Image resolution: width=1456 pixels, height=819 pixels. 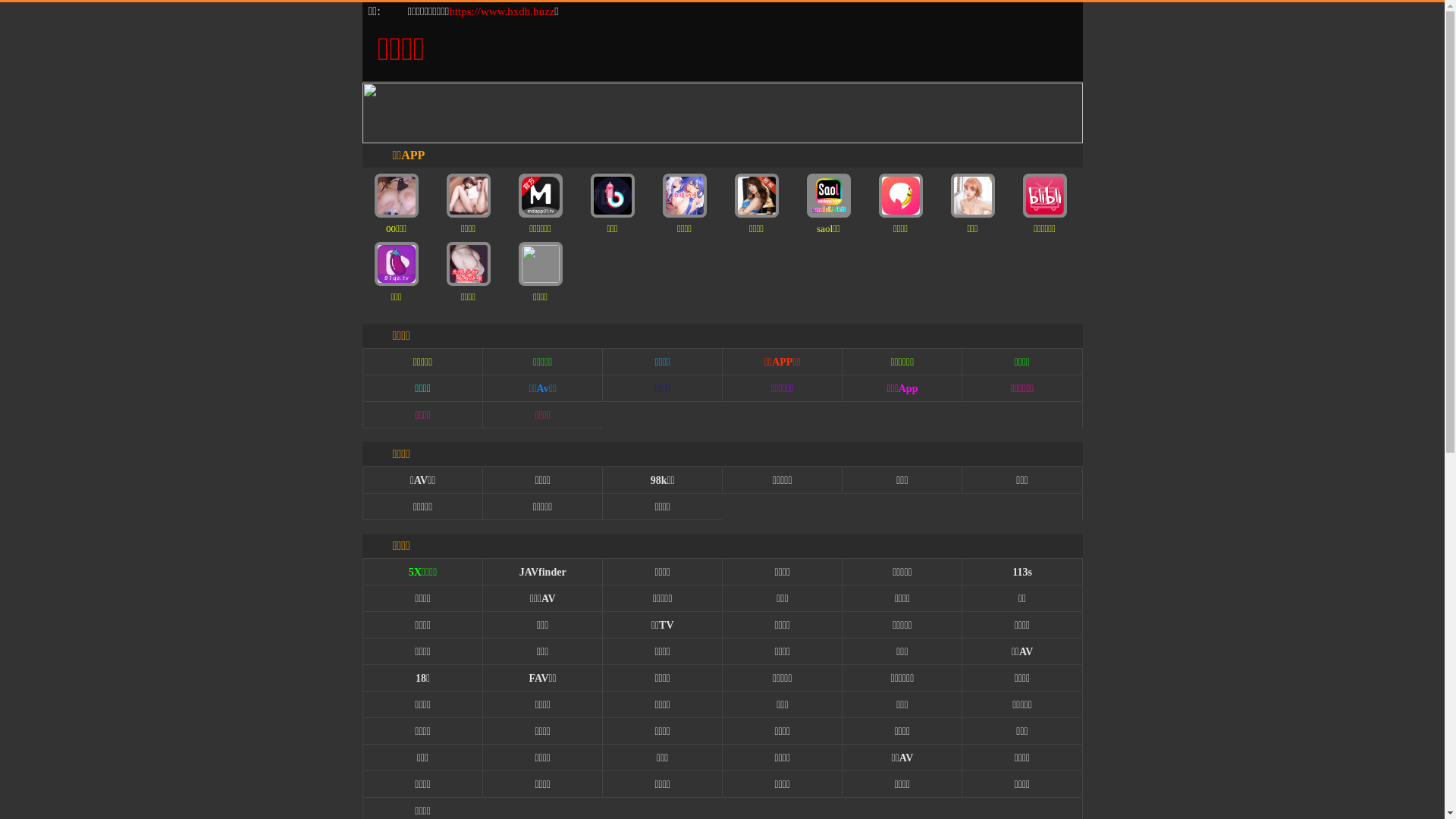 I want to click on '113s', so click(x=1021, y=572).